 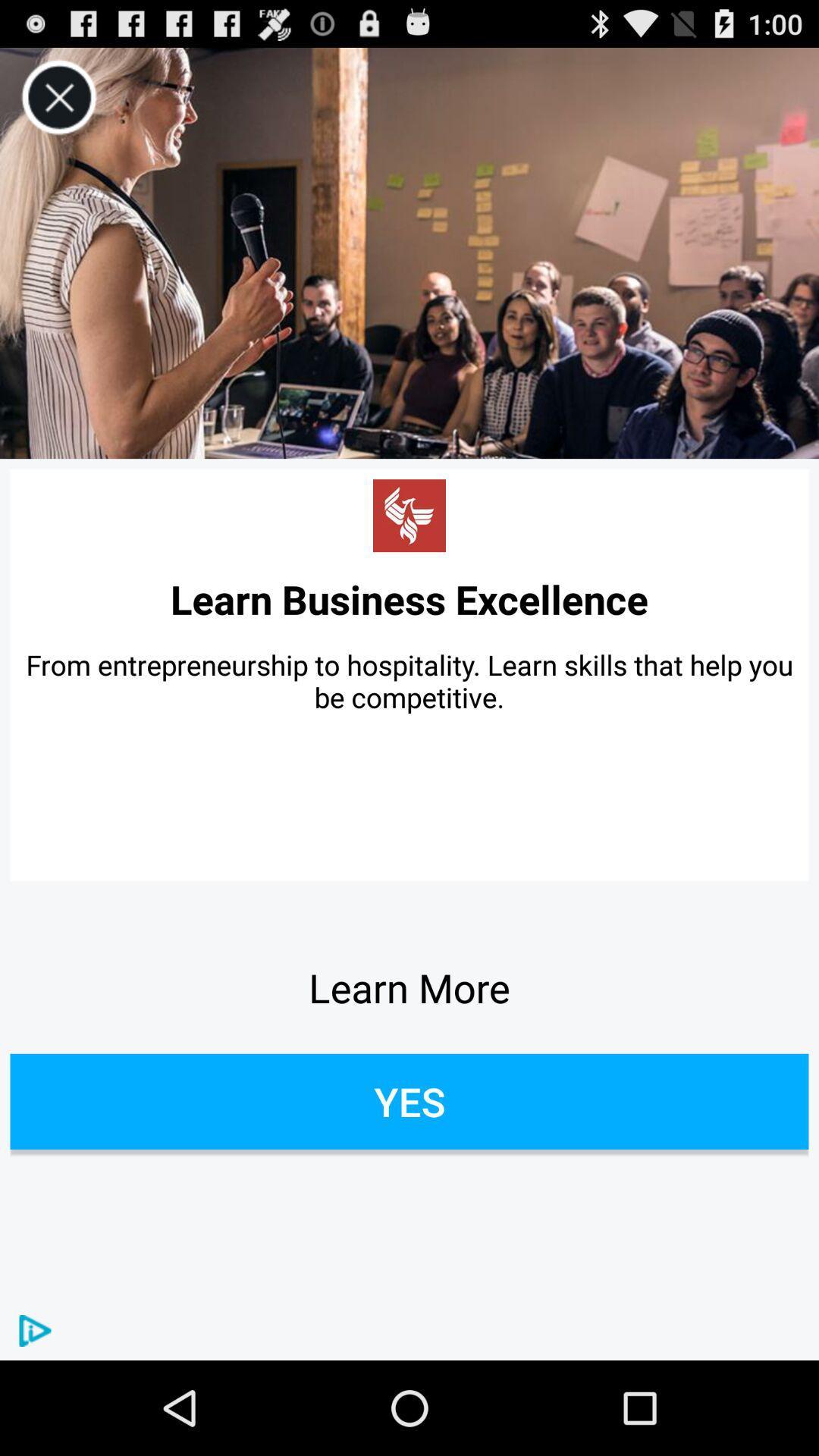 What do you see at coordinates (409, 1101) in the screenshot?
I see `the yes` at bounding box center [409, 1101].